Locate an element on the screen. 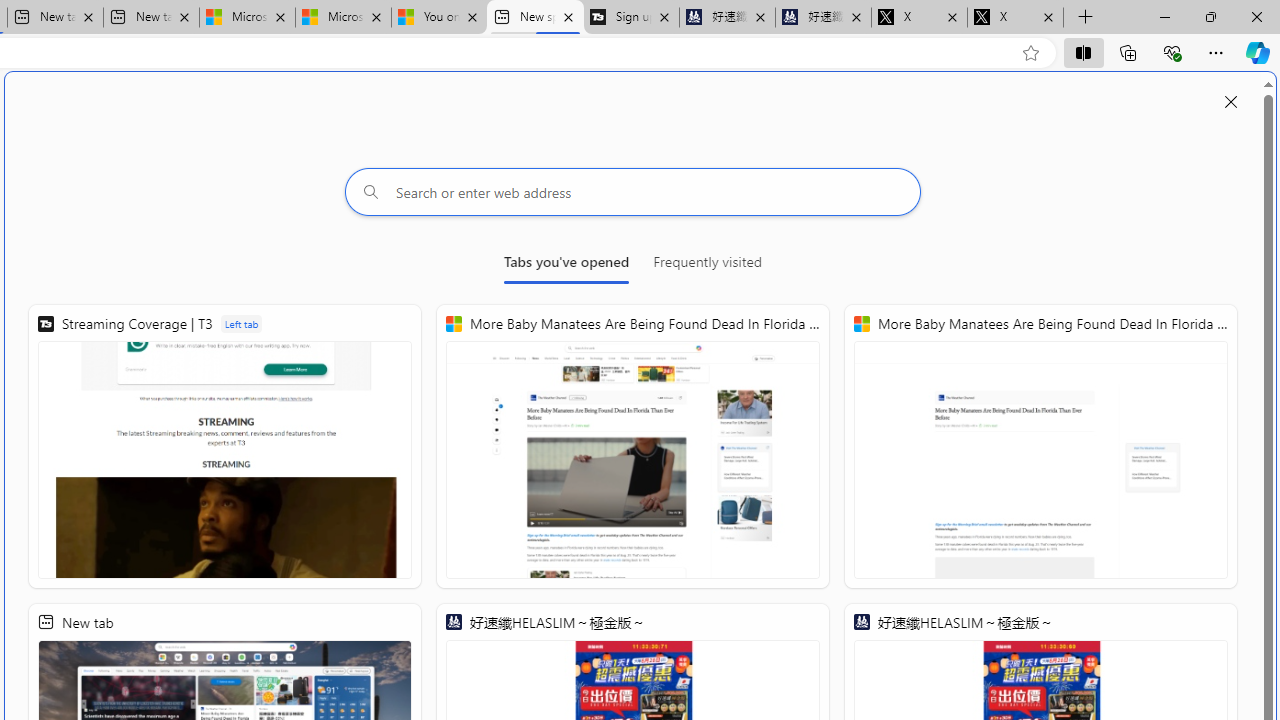  'Search or enter web address' is located at coordinates (632, 191).